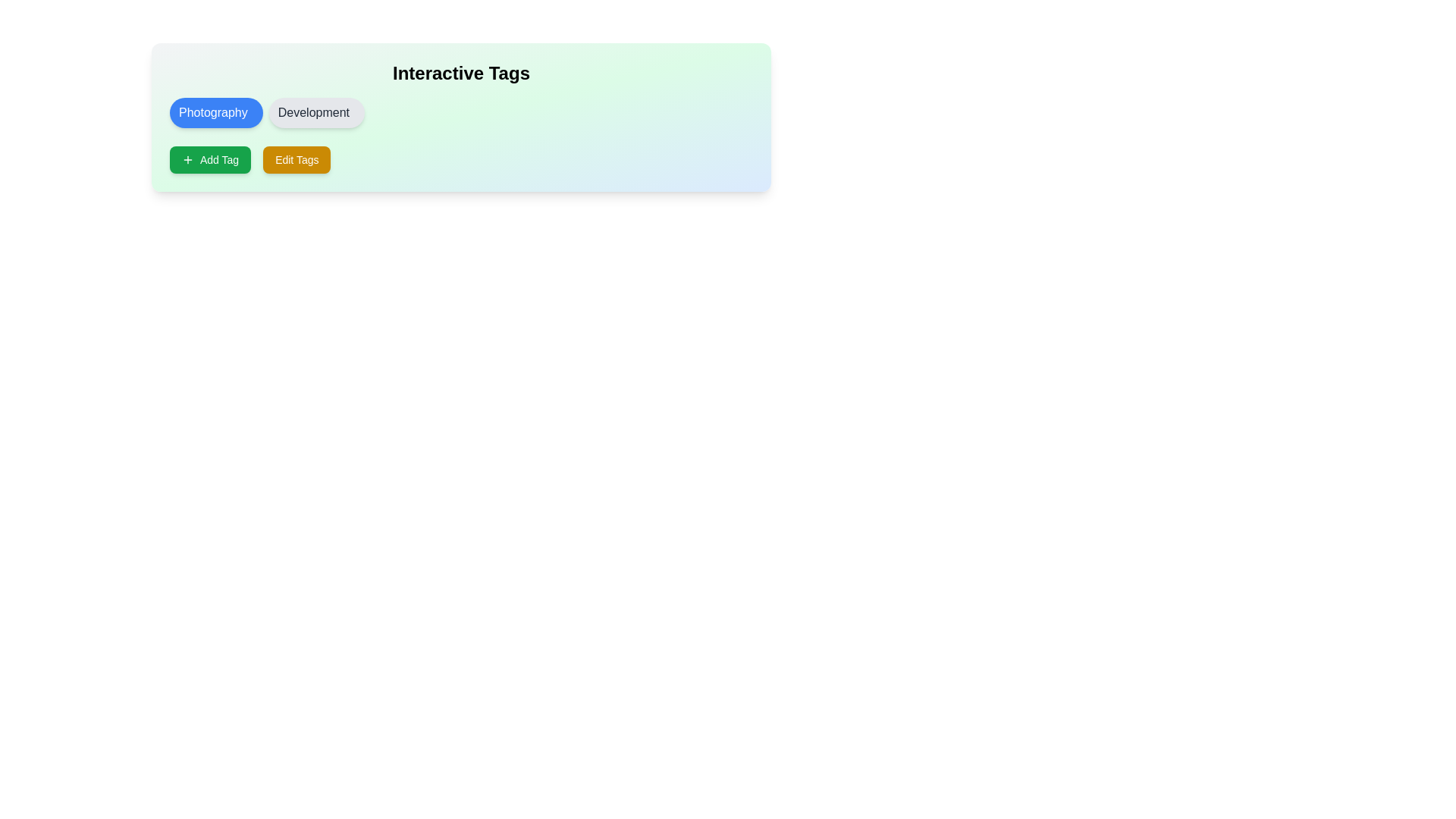 This screenshot has height=819, width=1456. I want to click on the small plus icon within the 'Add Tag' button, so click(187, 160).